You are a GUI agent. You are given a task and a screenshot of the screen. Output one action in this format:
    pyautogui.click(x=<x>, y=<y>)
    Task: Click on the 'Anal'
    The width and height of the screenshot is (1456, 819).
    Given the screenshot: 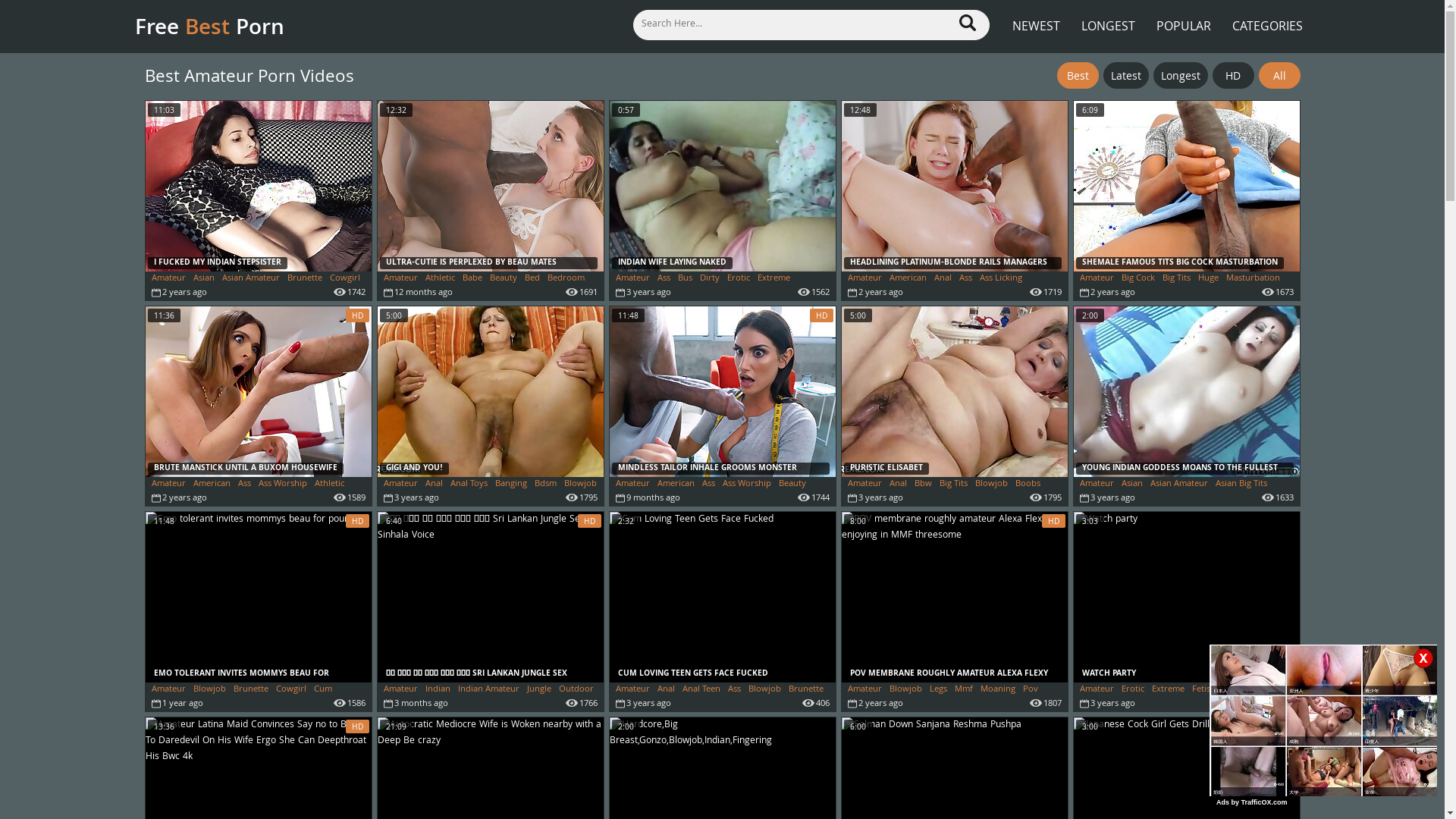 What is the action you would take?
    pyautogui.click(x=665, y=689)
    